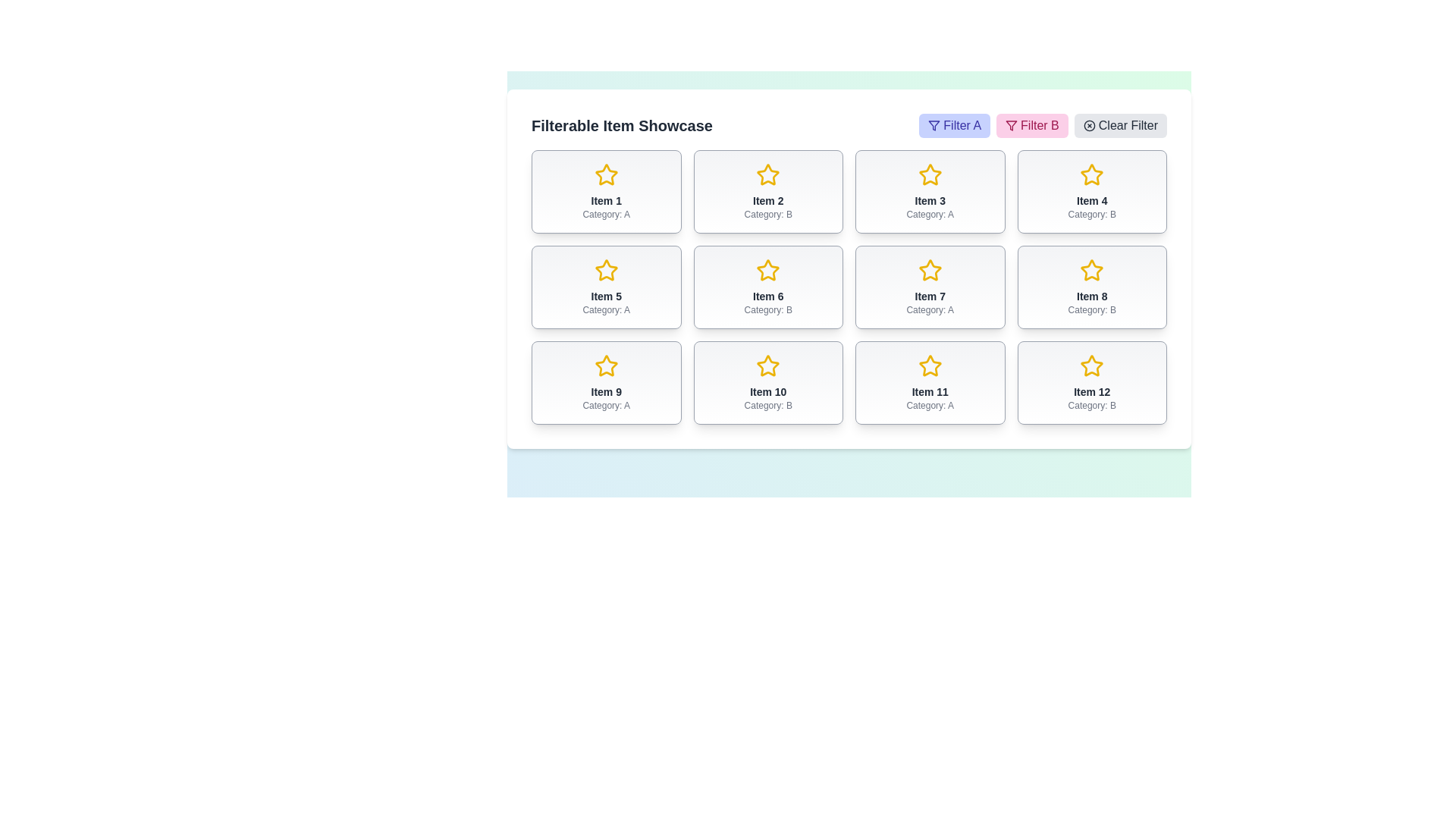  What do you see at coordinates (934, 124) in the screenshot?
I see `the downward-facing triangle icon within the 'Filter B' button` at bounding box center [934, 124].